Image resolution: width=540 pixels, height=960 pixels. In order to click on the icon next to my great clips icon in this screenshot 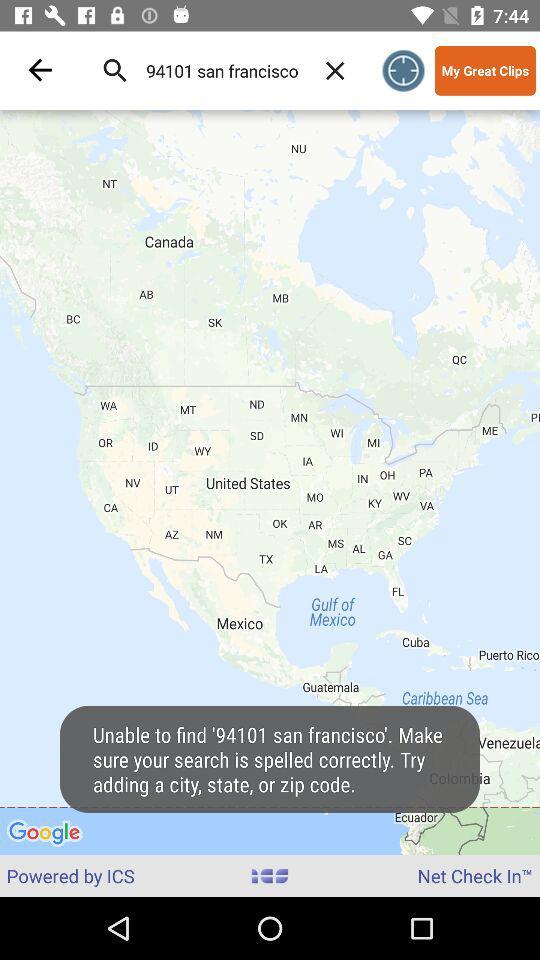, I will do `click(403, 70)`.